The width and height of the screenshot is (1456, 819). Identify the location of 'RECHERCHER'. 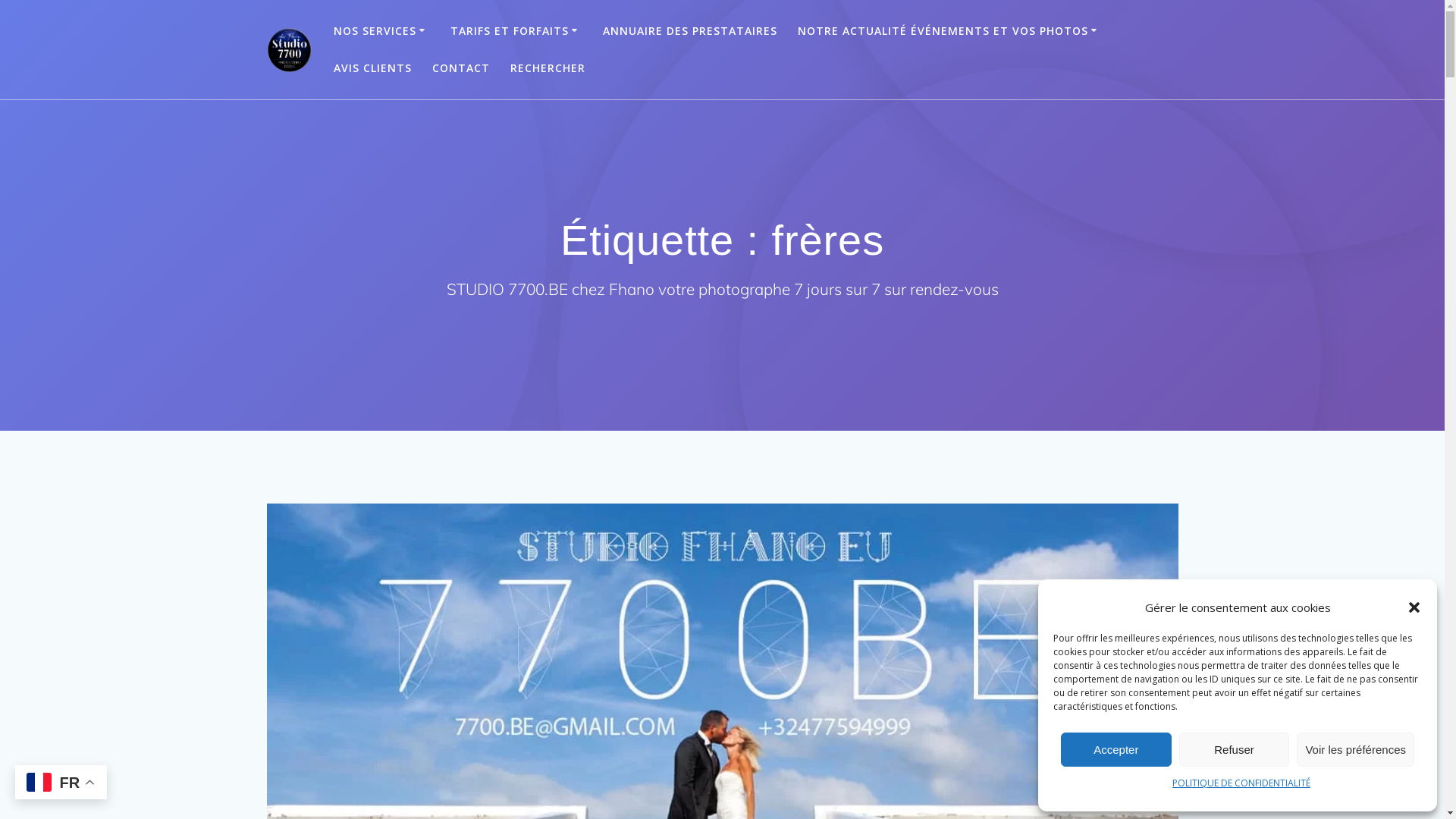
(547, 67).